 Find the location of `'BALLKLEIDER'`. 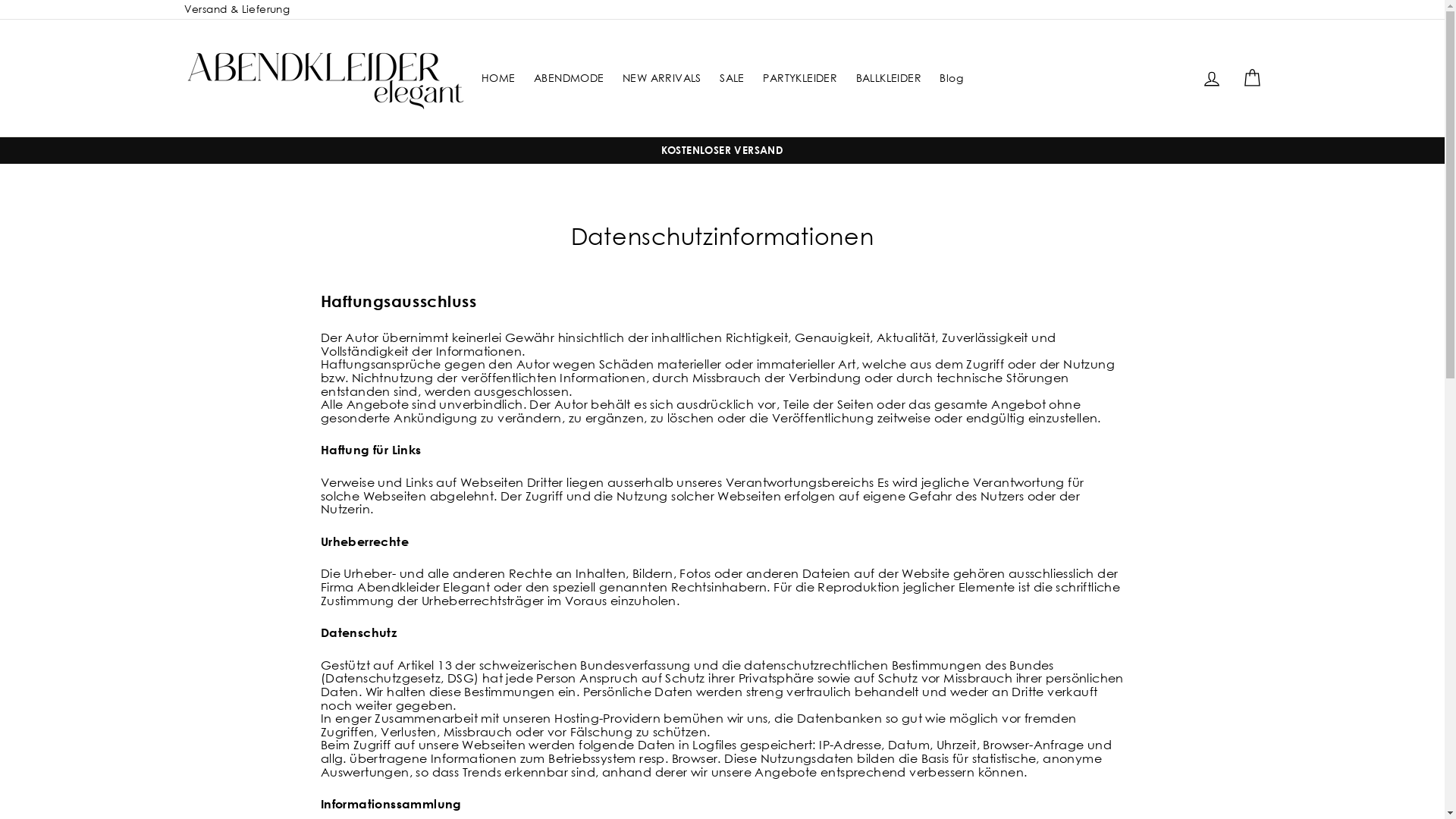

'BALLKLEIDER' is located at coordinates (888, 78).